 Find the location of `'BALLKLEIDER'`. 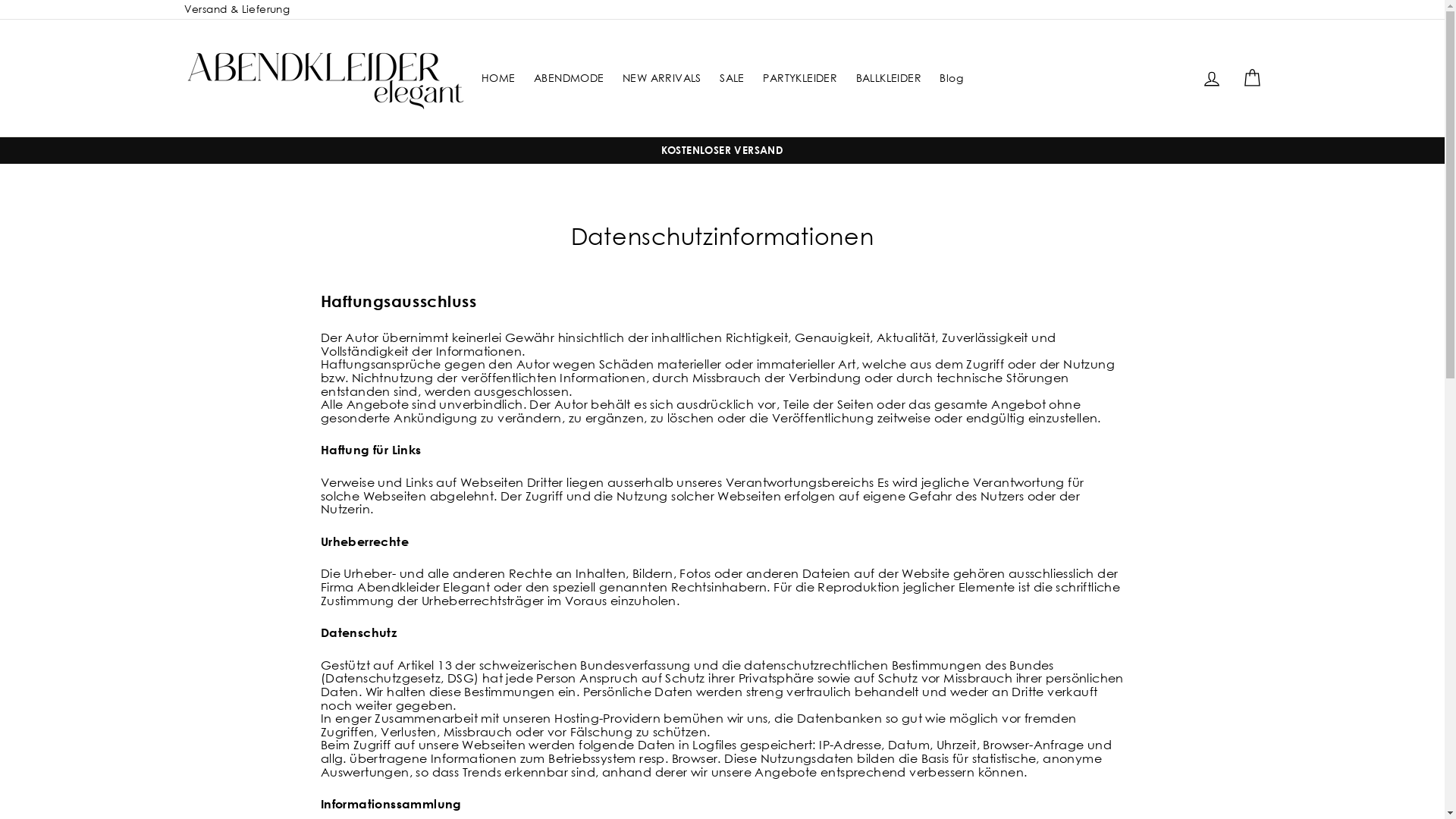

'BALLKLEIDER' is located at coordinates (888, 78).